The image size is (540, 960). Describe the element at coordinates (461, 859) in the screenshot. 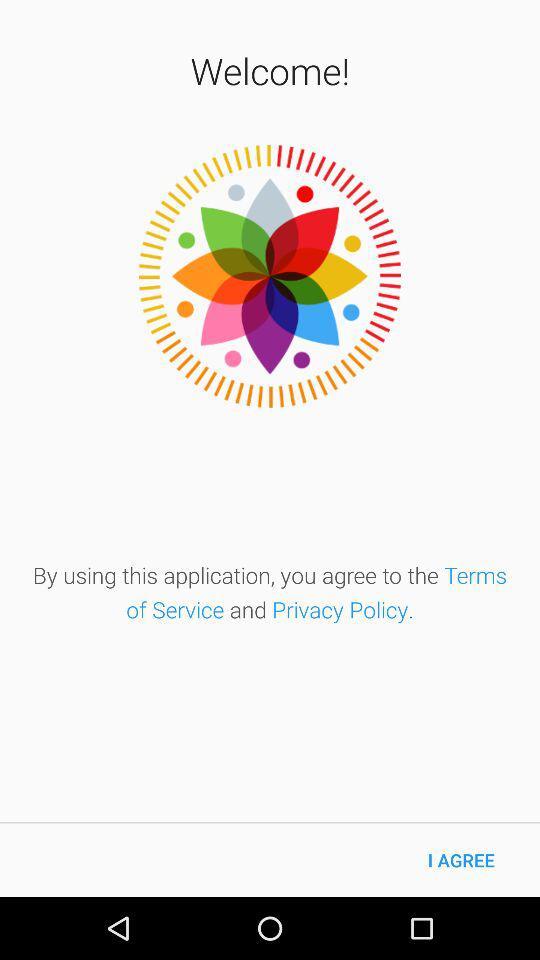

I see `the i agree` at that location.